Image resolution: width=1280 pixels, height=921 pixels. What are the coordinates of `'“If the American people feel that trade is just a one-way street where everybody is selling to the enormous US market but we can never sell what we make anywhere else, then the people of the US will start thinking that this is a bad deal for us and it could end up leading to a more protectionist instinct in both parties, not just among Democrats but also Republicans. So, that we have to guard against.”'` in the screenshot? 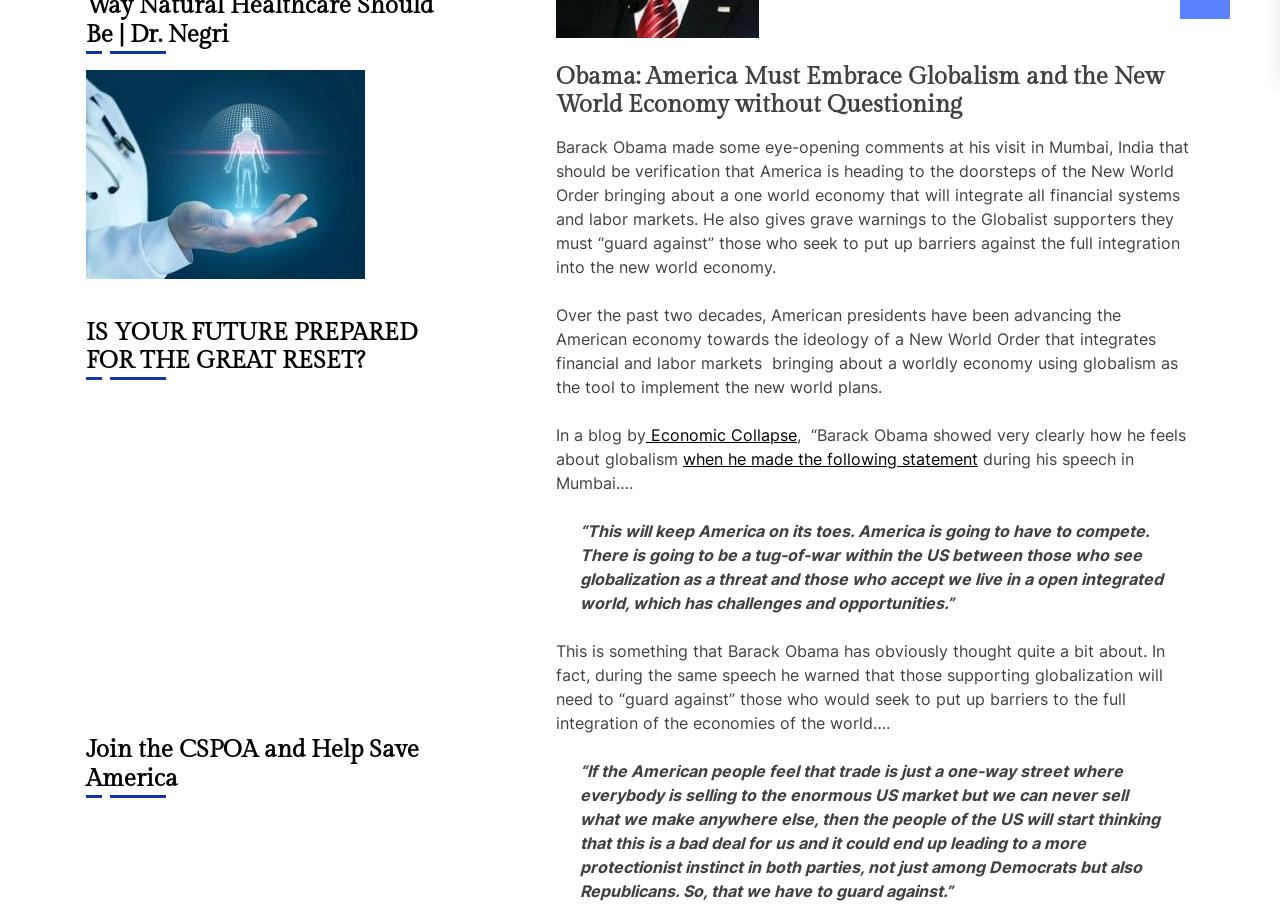 It's located at (870, 830).